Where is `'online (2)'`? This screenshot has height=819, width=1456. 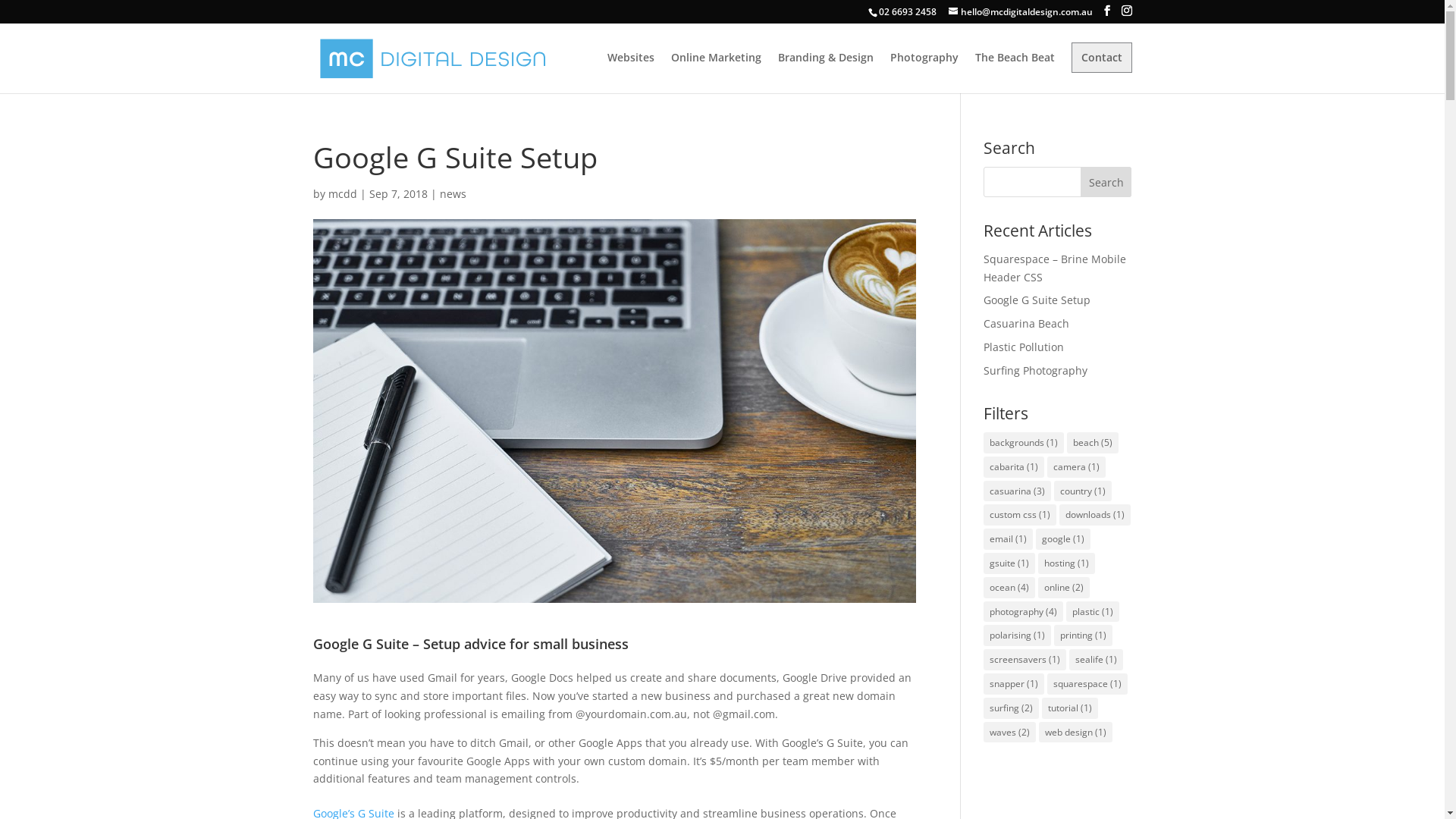
'online (2)' is located at coordinates (1062, 587).